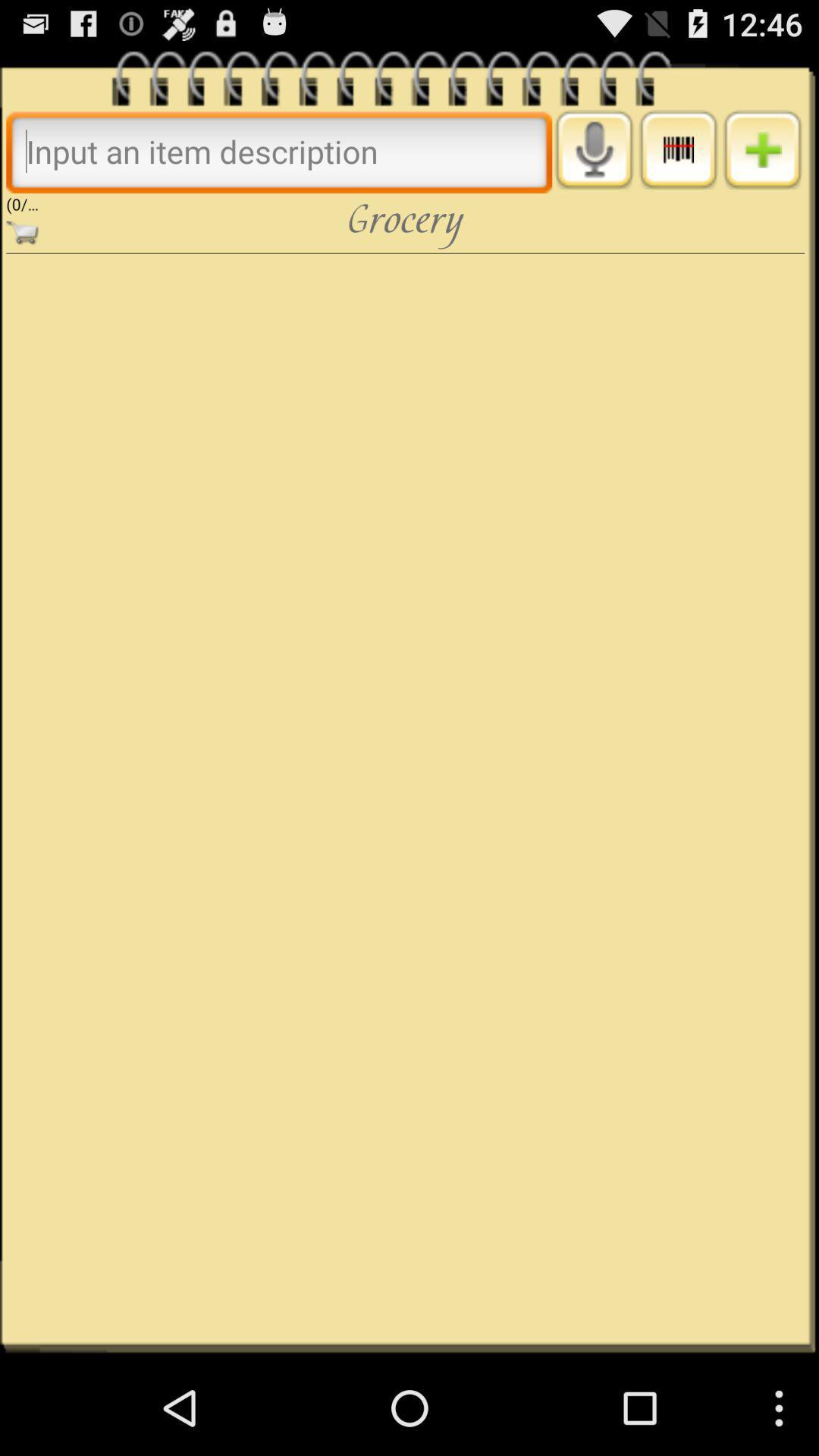 The width and height of the screenshot is (819, 1456). What do you see at coordinates (677, 149) in the screenshot?
I see `more` at bounding box center [677, 149].